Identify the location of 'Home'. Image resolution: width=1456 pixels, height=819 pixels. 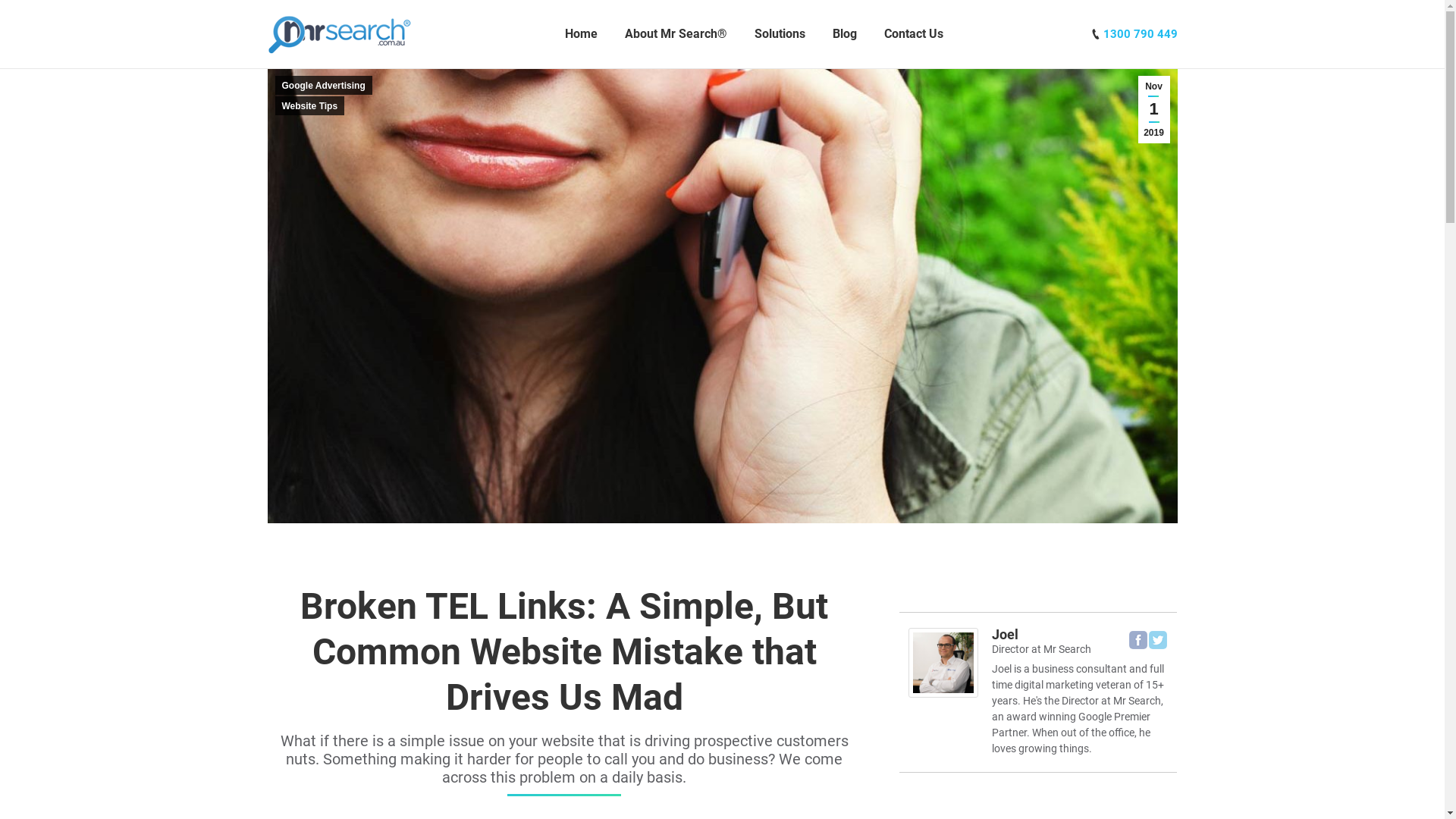
(560, 34).